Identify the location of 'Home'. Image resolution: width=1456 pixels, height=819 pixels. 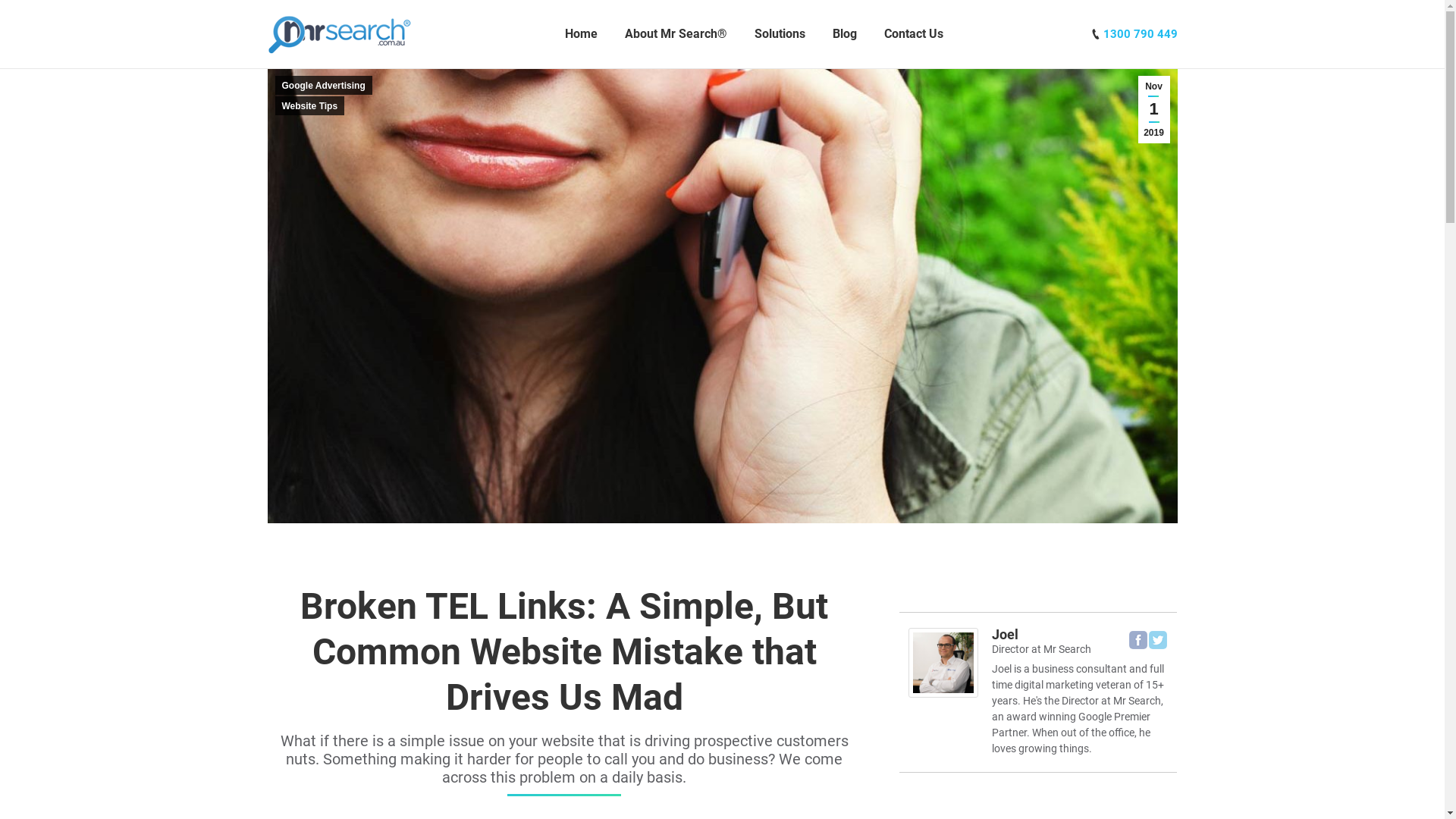
(560, 34).